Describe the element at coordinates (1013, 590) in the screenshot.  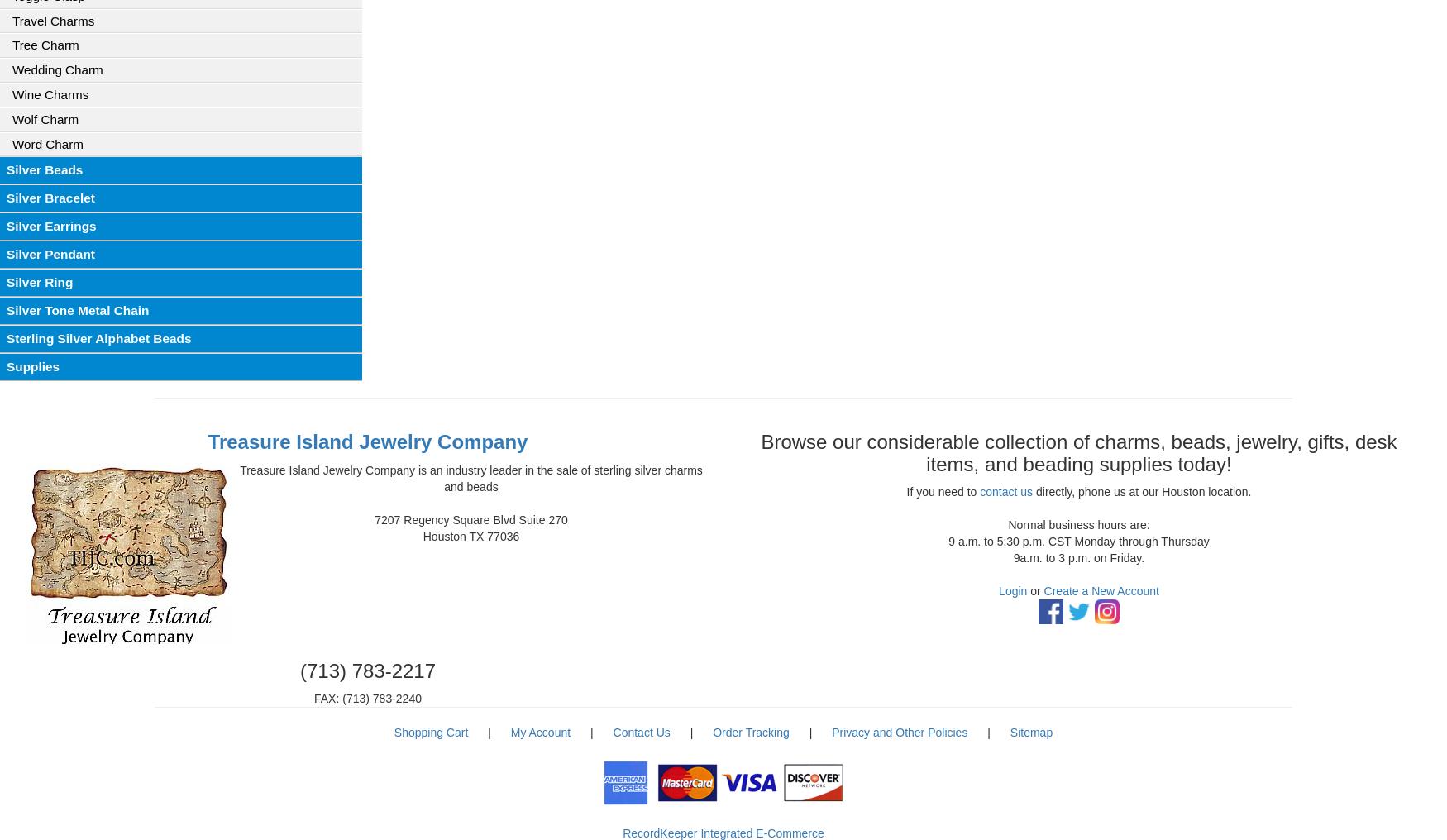
I see `'Login'` at that location.